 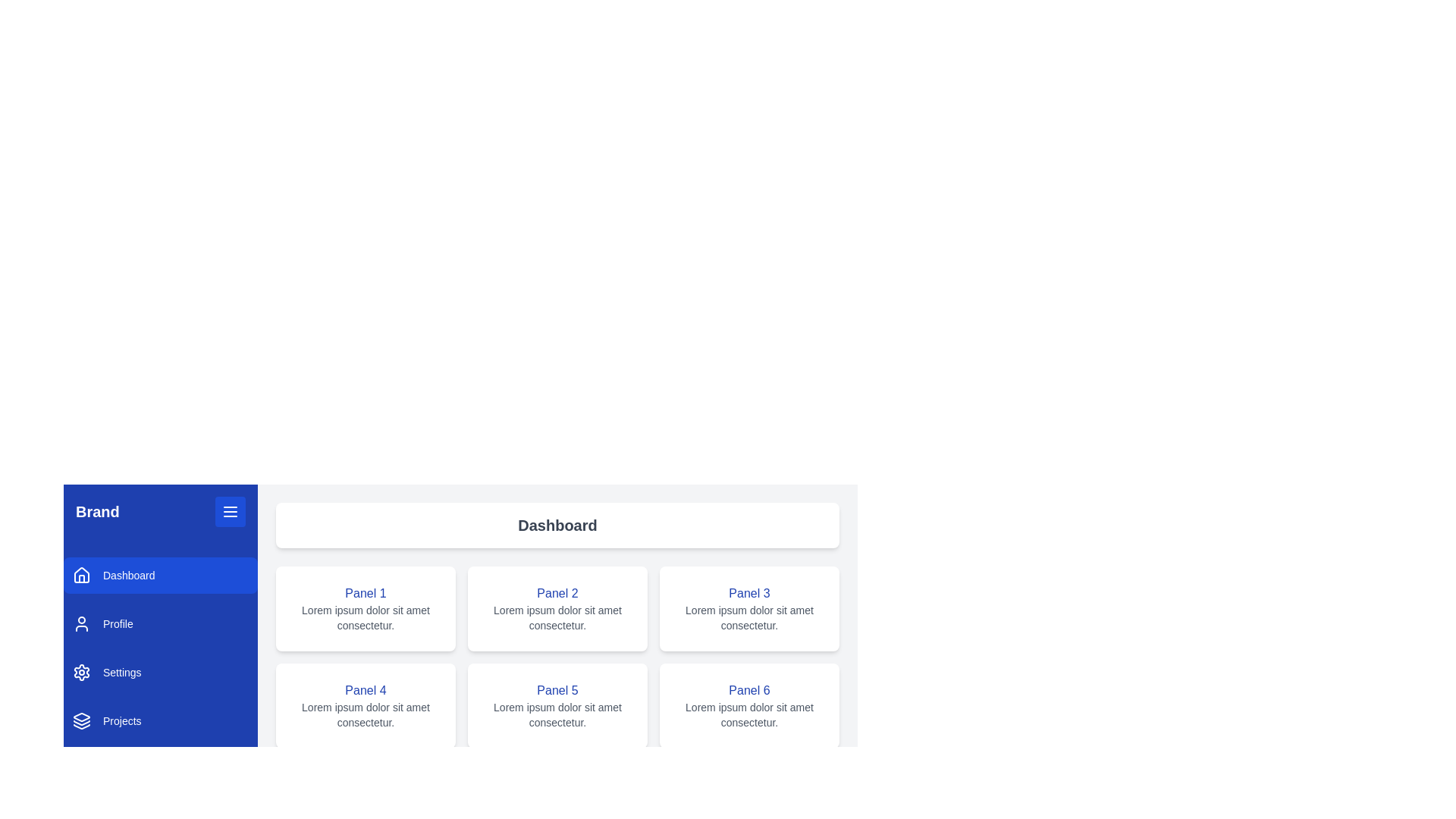 What do you see at coordinates (557, 525) in the screenshot?
I see `the 'Dashboard' text label, which is displayed in a bold font and is centered at the top of a white box, above the grid of panels` at bounding box center [557, 525].